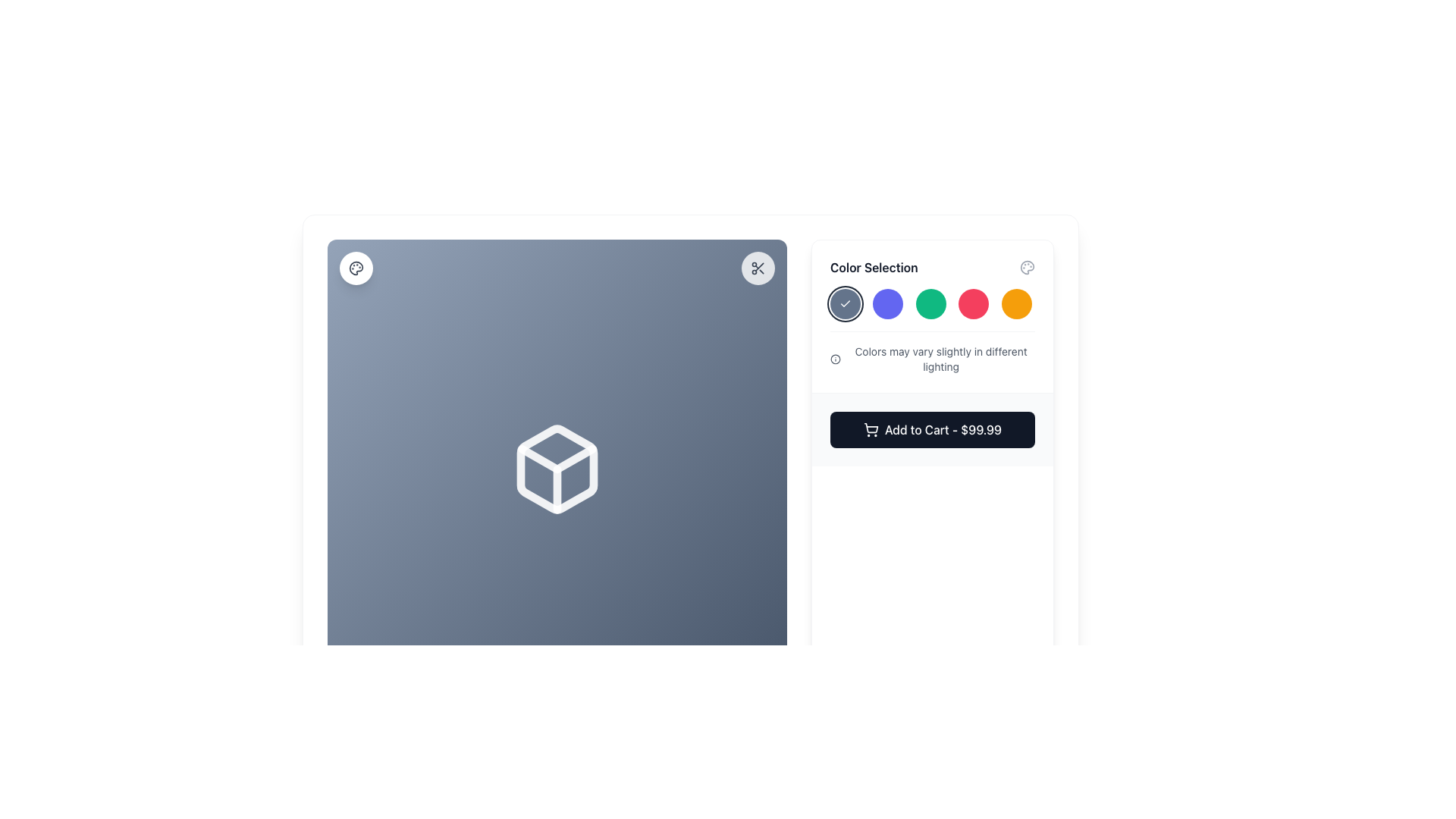  Describe the element at coordinates (931, 353) in the screenshot. I see `the informational text with an icon that provides additional context about color variations, located below the color options and above the 'Add to Cart' button` at that location.